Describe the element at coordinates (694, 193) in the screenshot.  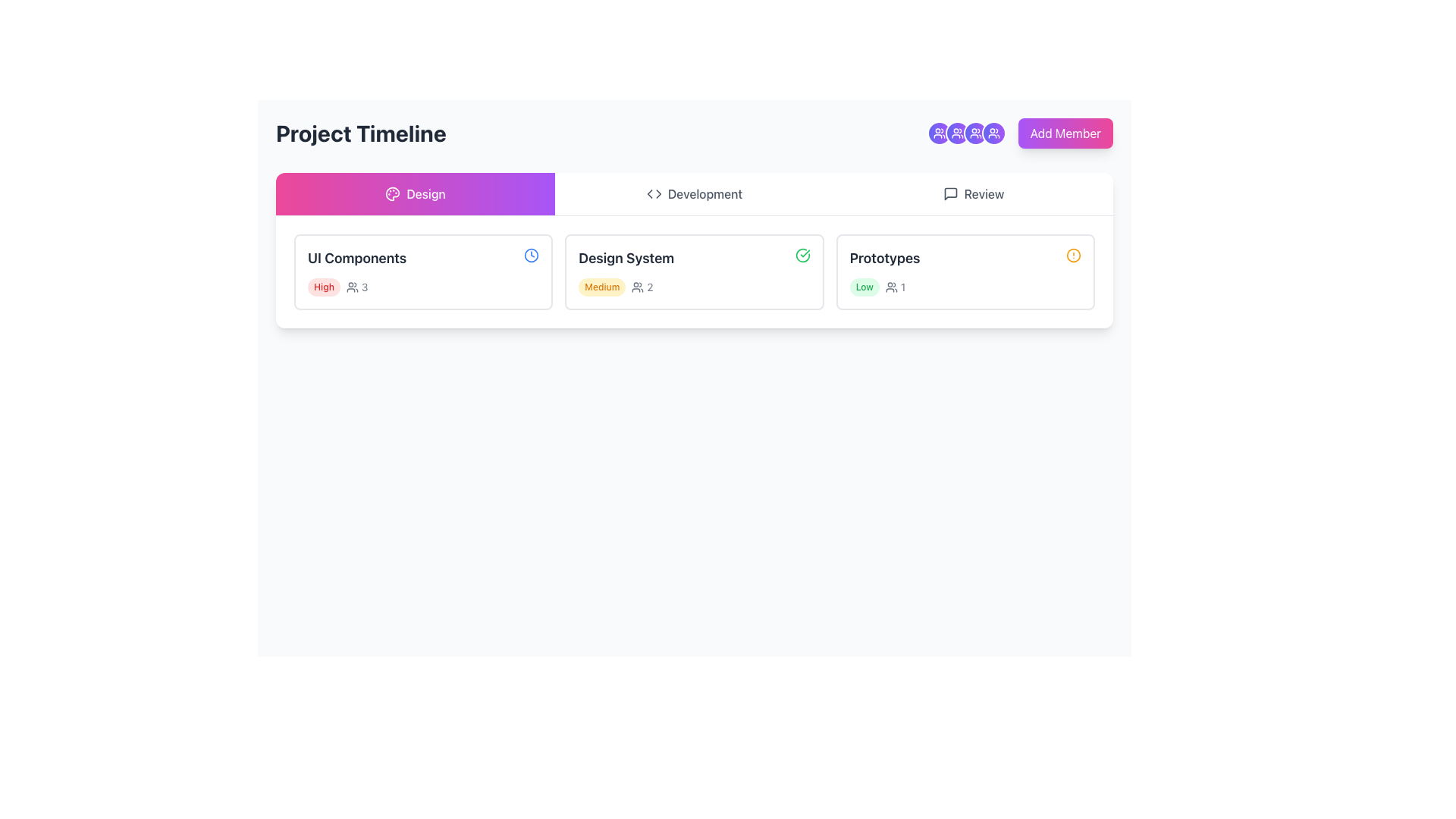
I see `the 'Development' button, which is a horizontally rectangular button with a light background and gray text, featuring a code icon to the left of the text` at that location.